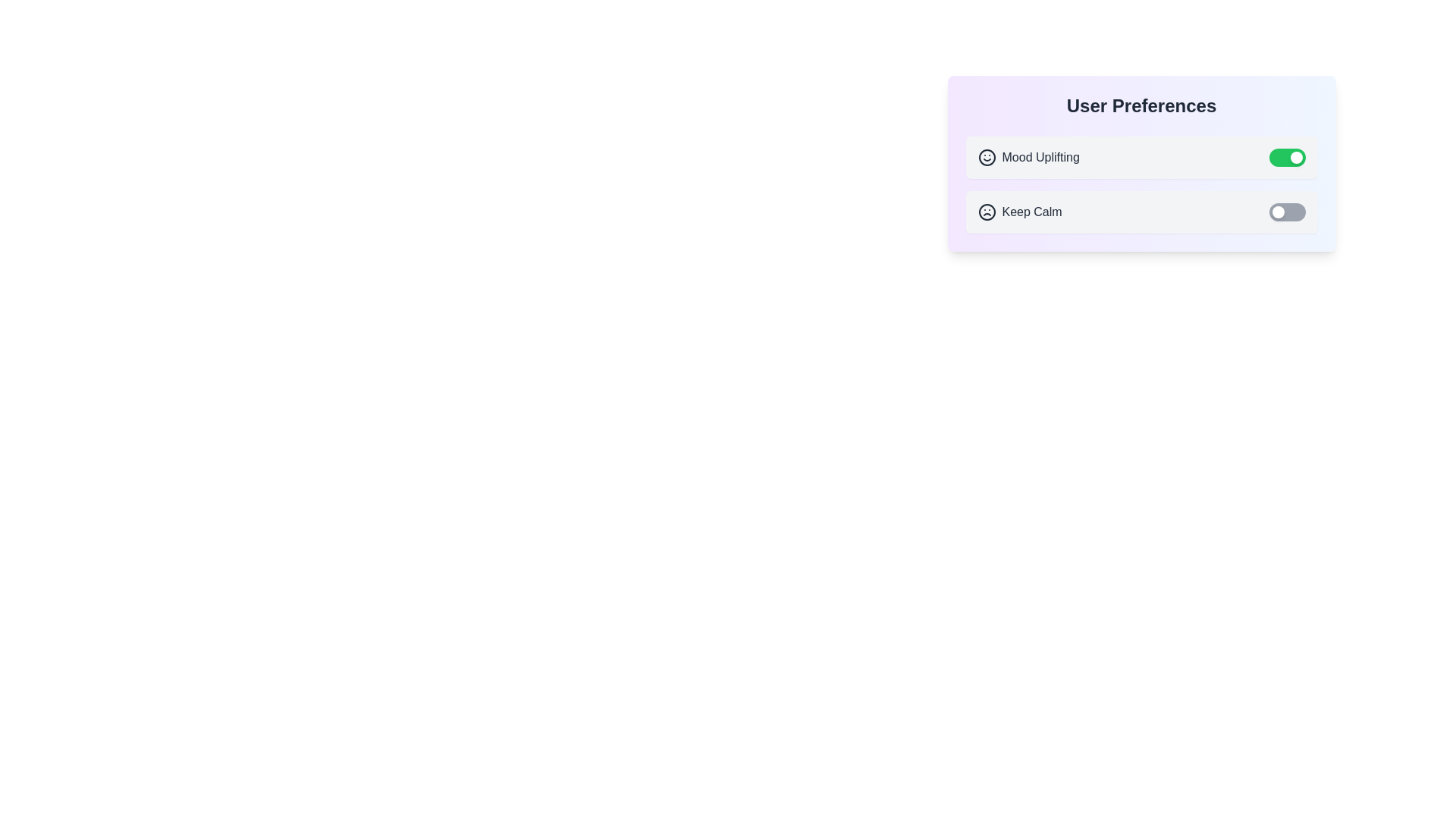 This screenshot has width=1456, height=819. I want to click on the label text with a sad face icon and the text 'Keep Calm', which is located in the second row under the title 'User Preferences', aligned horizontally beside the toggle switch, so click(1020, 212).